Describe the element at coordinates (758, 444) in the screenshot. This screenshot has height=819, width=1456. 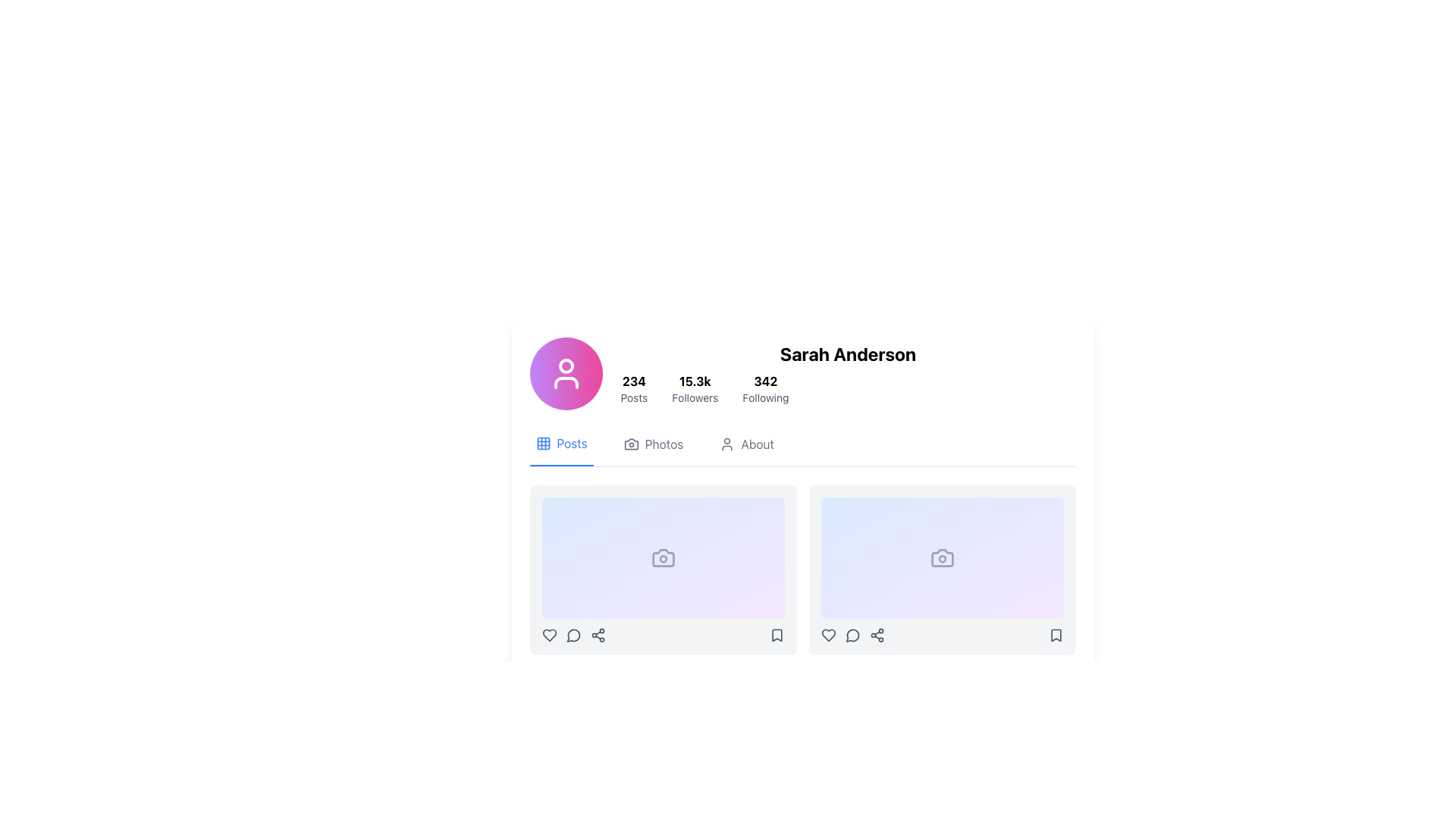
I see `the 'About' text label located in the navigation links below the user profile header, which is the fourth item in the row next to a user icon` at that location.